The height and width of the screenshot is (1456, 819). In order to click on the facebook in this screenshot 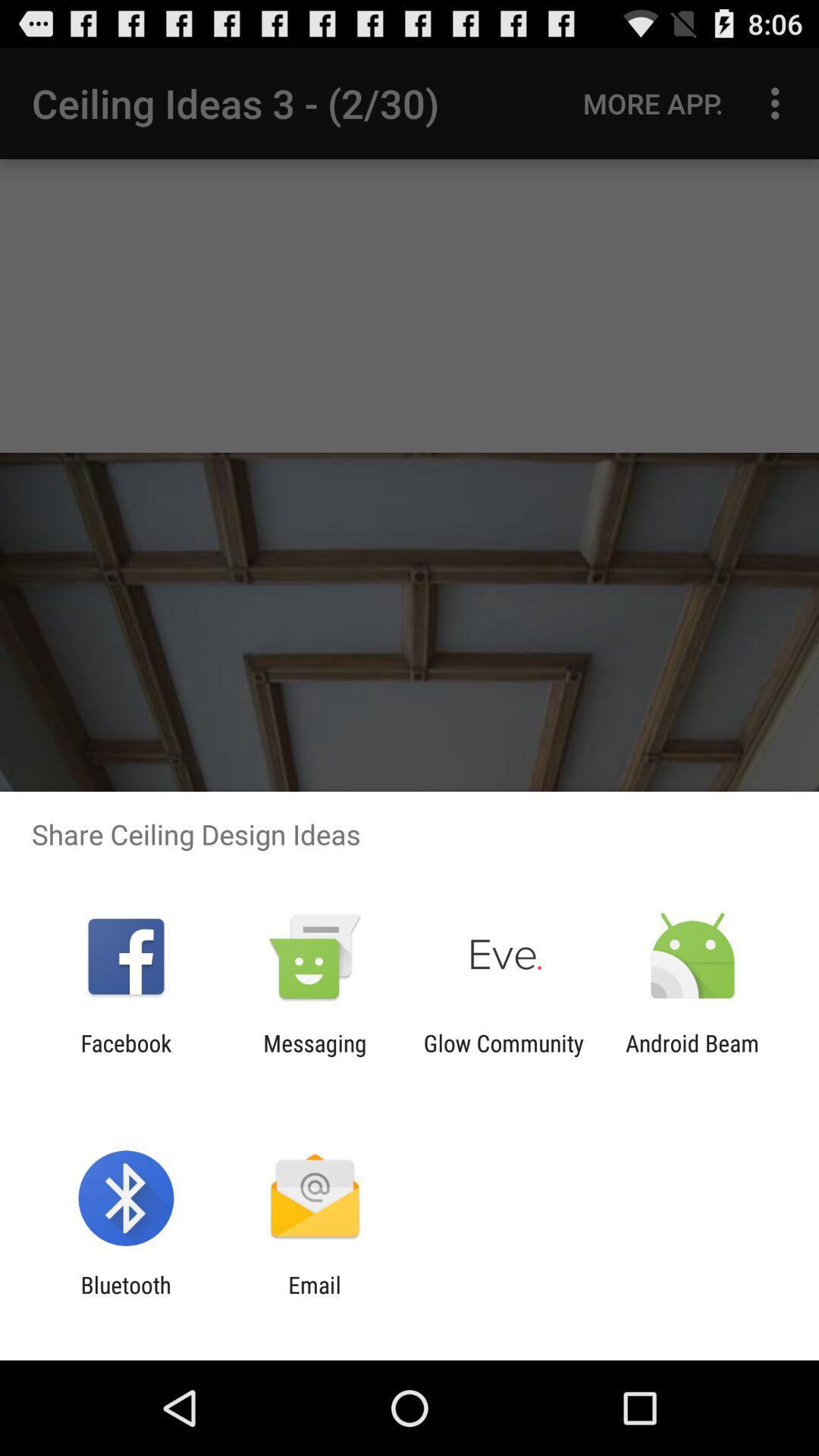, I will do `click(125, 1056)`.